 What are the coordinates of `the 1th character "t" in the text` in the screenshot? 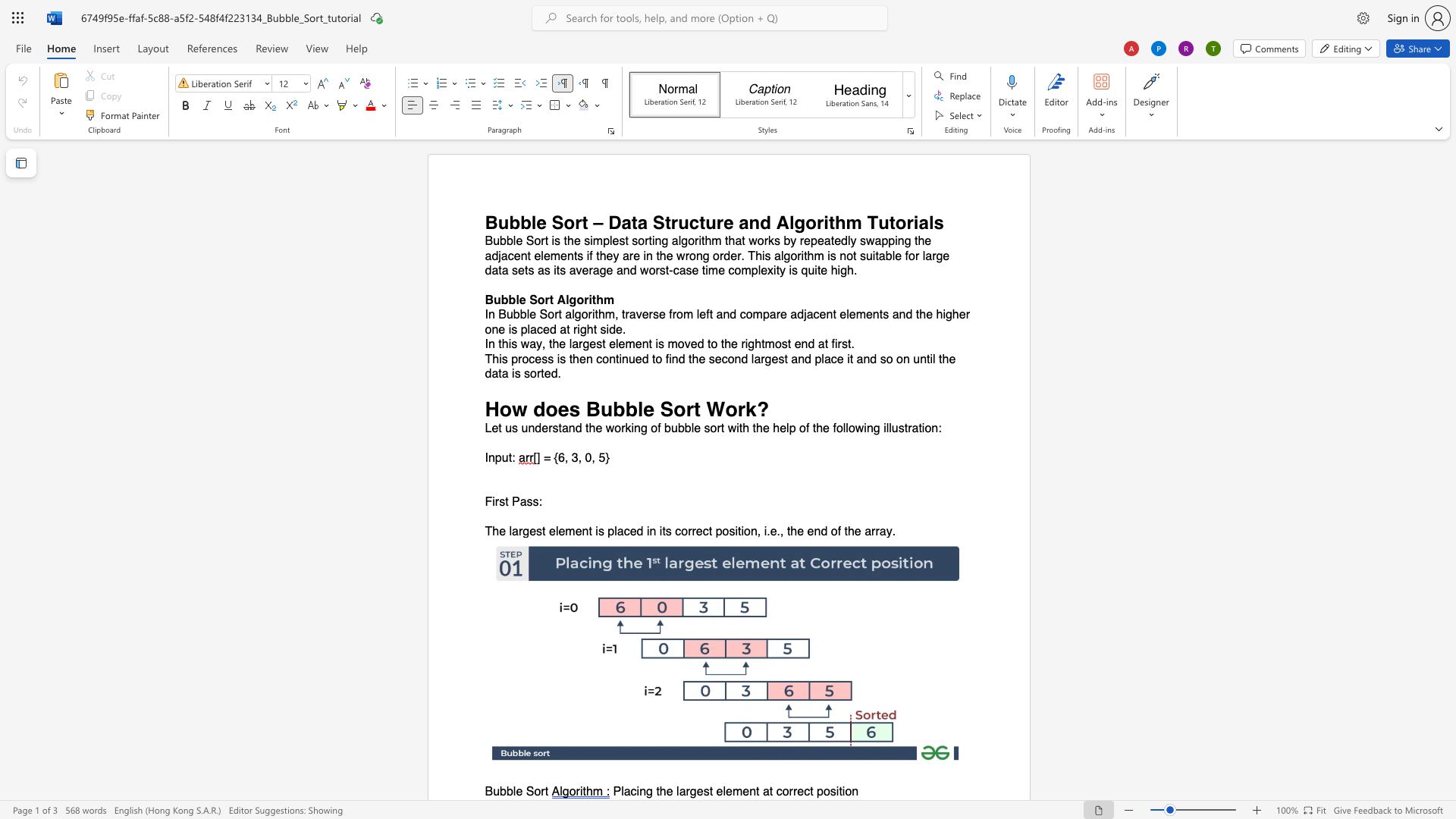 It's located at (507, 502).